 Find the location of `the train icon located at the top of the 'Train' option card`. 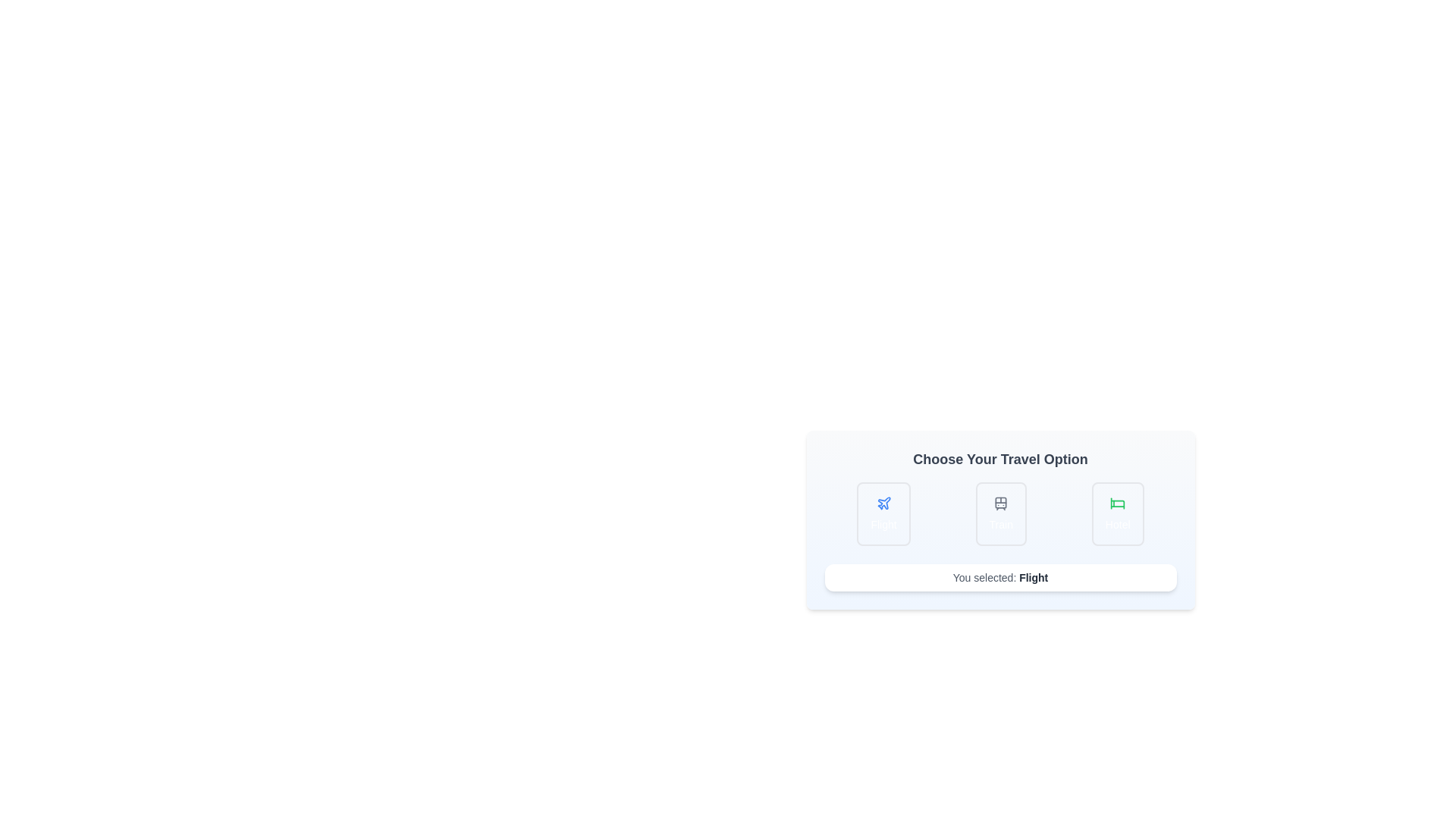

the train icon located at the top of the 'Train' option card is located at coordinates (1001, 503).